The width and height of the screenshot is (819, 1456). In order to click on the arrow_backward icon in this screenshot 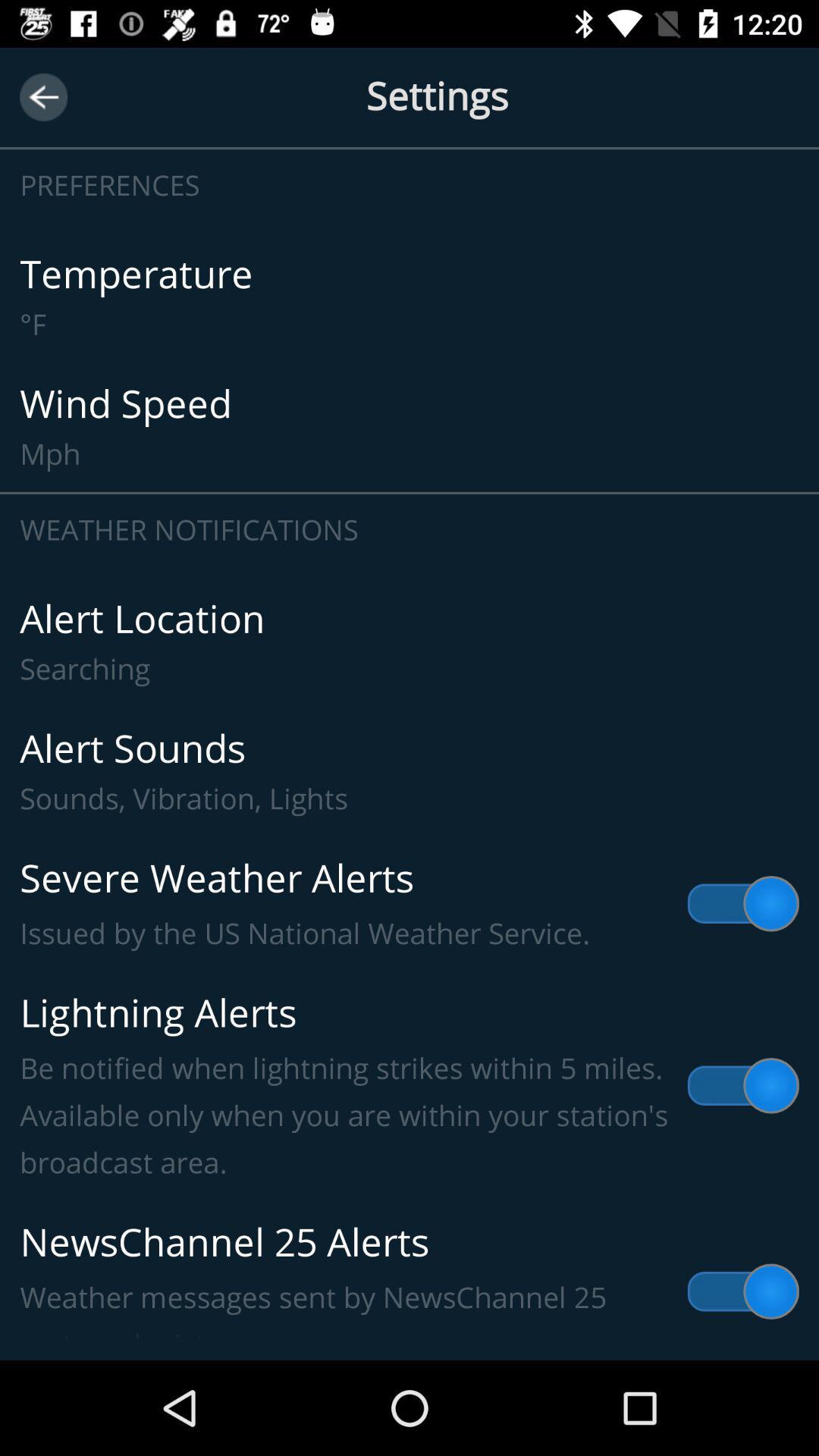, I will do `click(42, 96)`.